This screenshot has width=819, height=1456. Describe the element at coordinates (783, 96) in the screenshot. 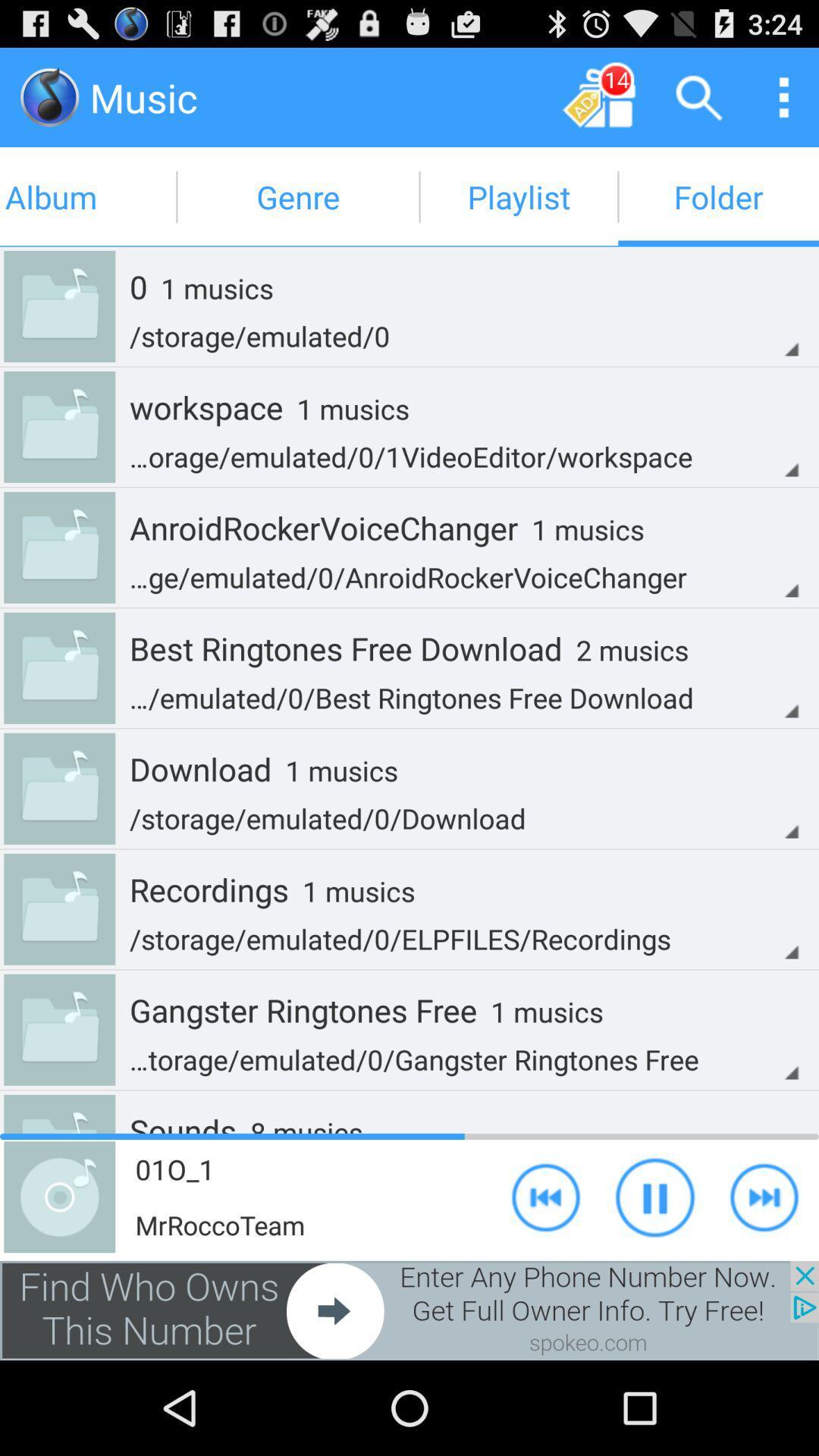

I see `go ton meanu` at that location.